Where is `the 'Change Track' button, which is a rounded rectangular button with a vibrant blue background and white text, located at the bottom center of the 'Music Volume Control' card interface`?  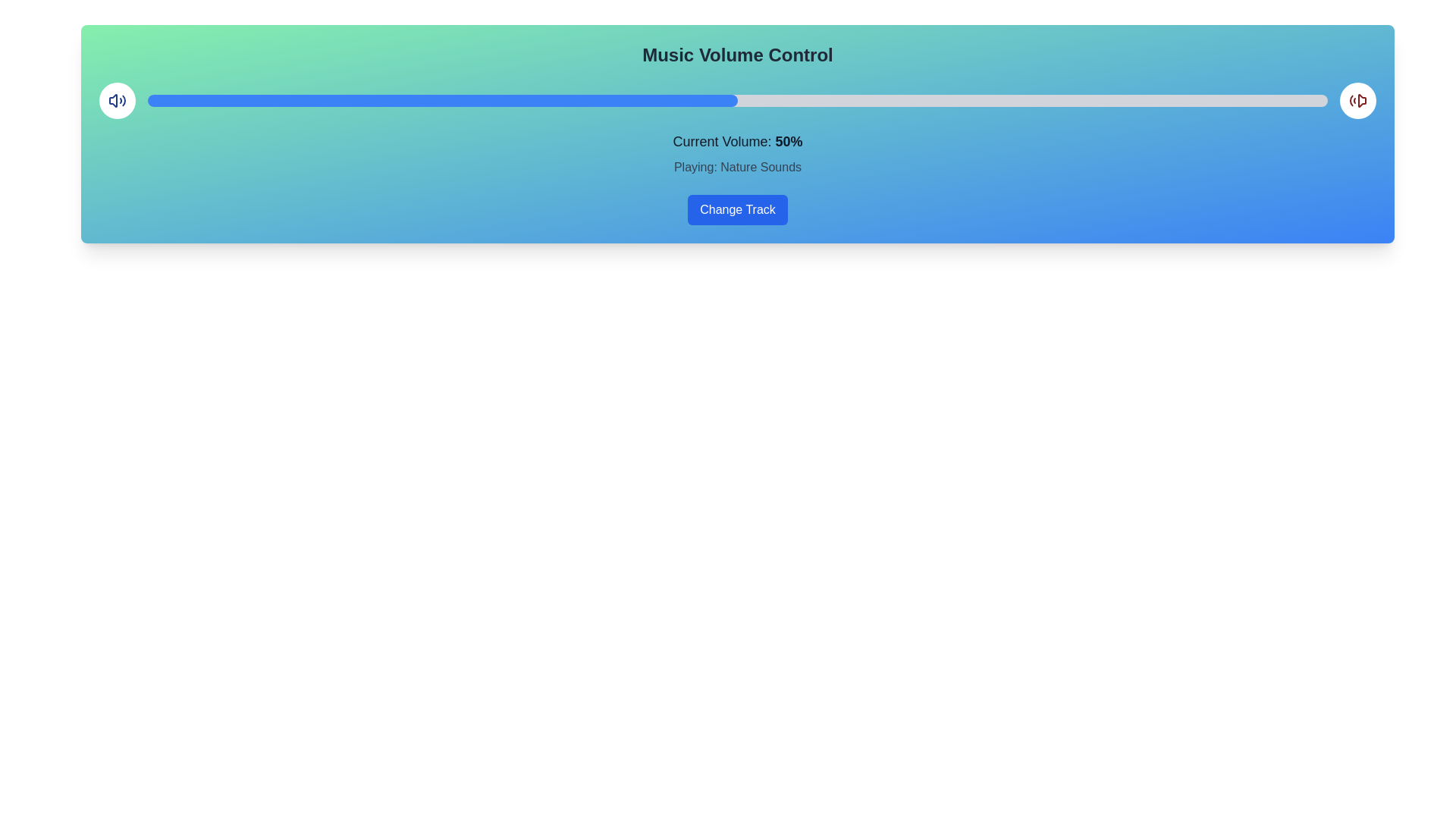
the 'Change Track' button, which is a rounded rectangular button with a vibrant blue background and white text, located at the bottom center of the 'Music Volume Control' card interface is located at coordinates (738, 210).